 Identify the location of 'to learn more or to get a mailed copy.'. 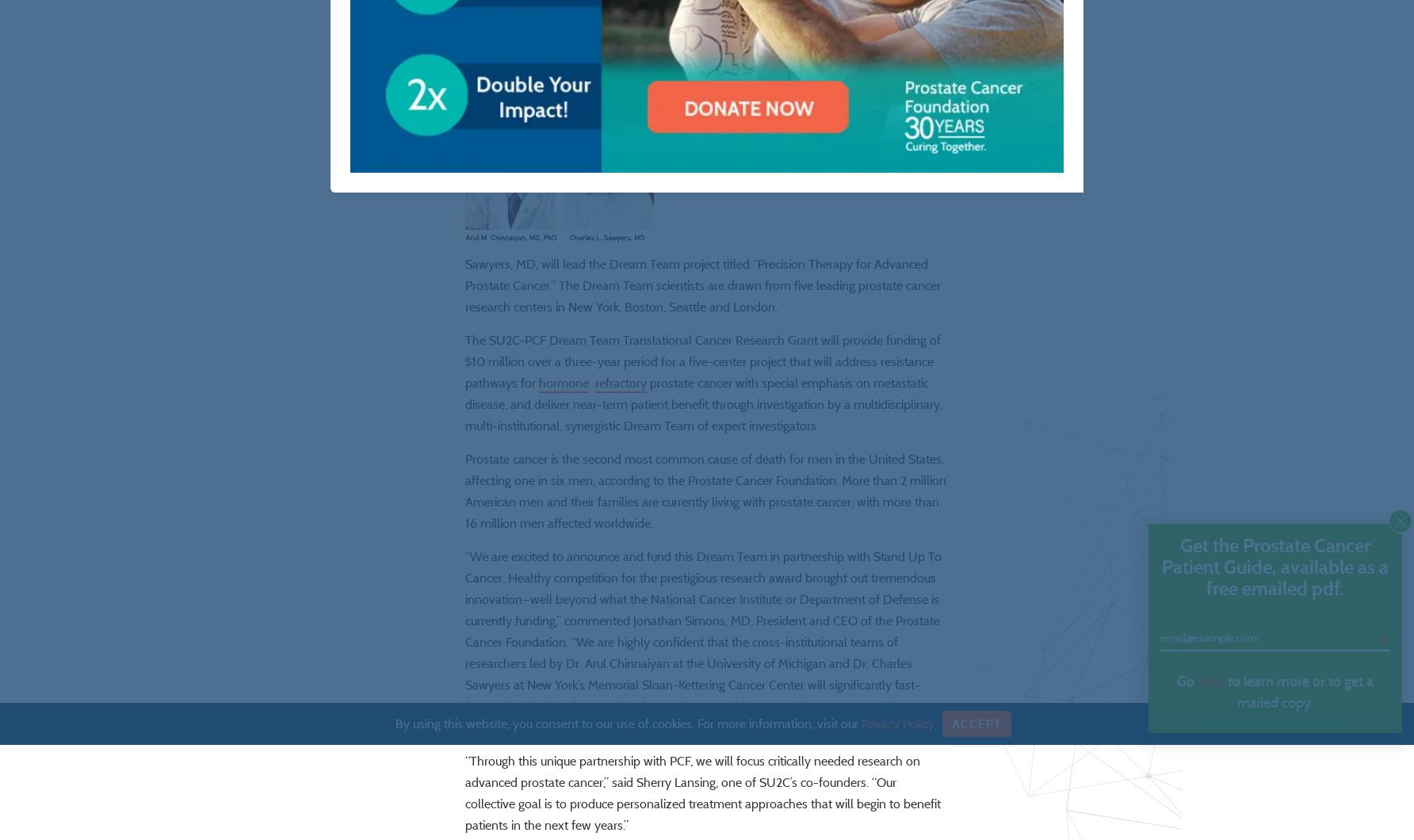
(1298, 692).